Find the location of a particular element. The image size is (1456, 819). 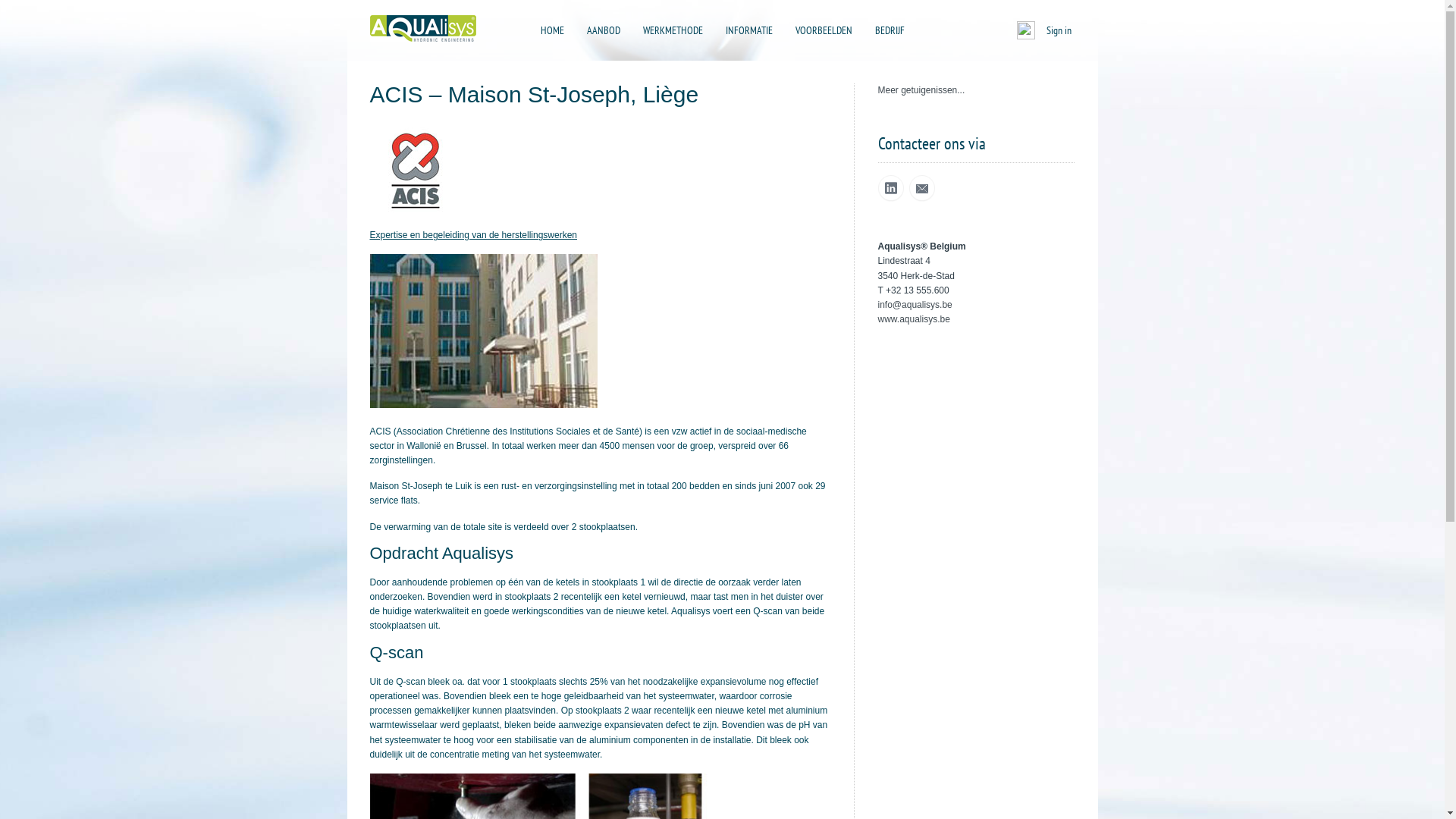

'Sign in' is located at coordinates (1058, 30).